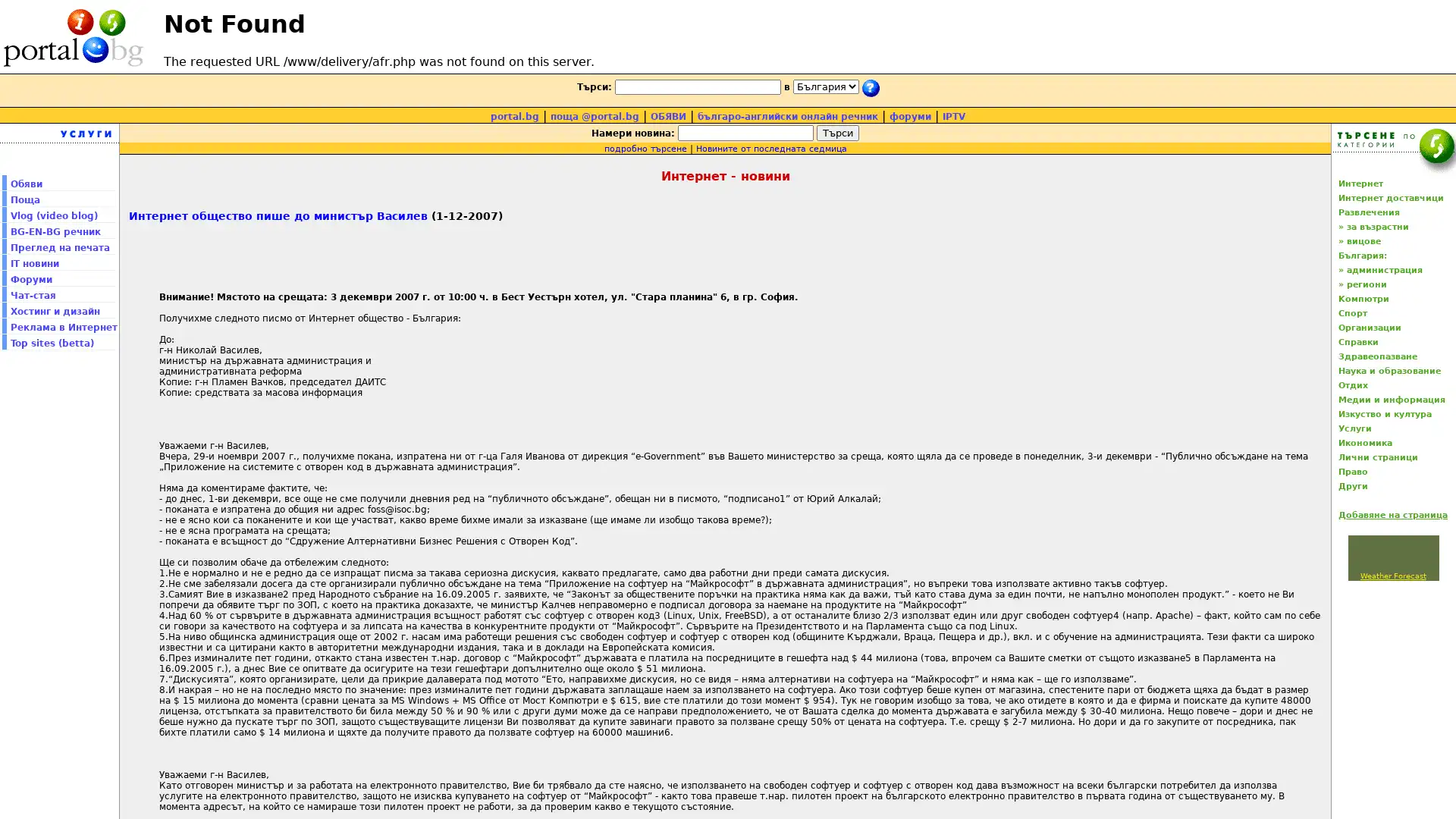 The width and height of the screenshot is (1456, 819). I want to click on submit, so click(870, 88).